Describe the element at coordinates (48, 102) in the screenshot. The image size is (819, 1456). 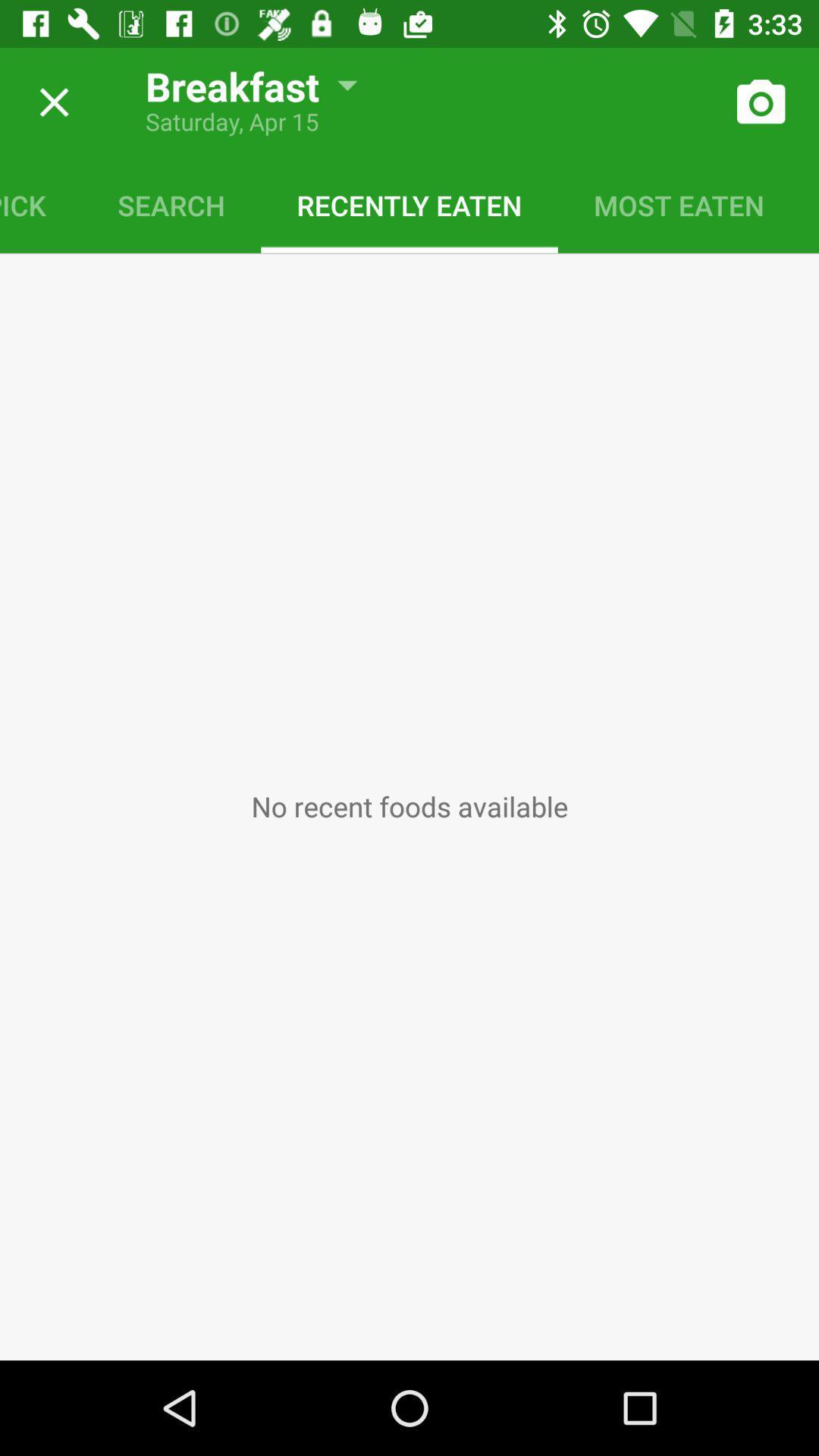
I see `option` at that location.